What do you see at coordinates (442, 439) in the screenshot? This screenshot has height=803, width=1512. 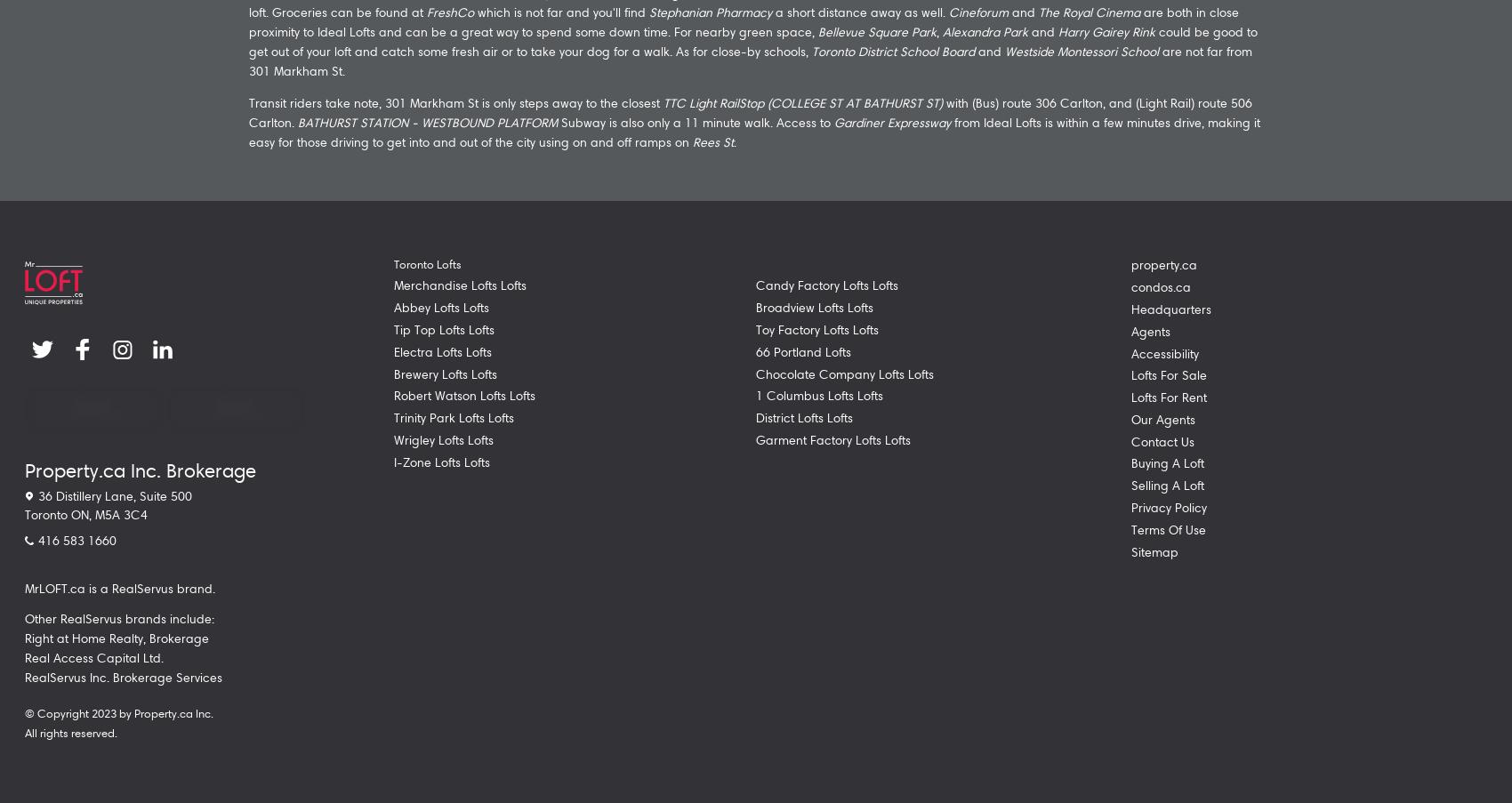 I see `'Wrigley Lofts lofts'` at bounding box center [442, 439].